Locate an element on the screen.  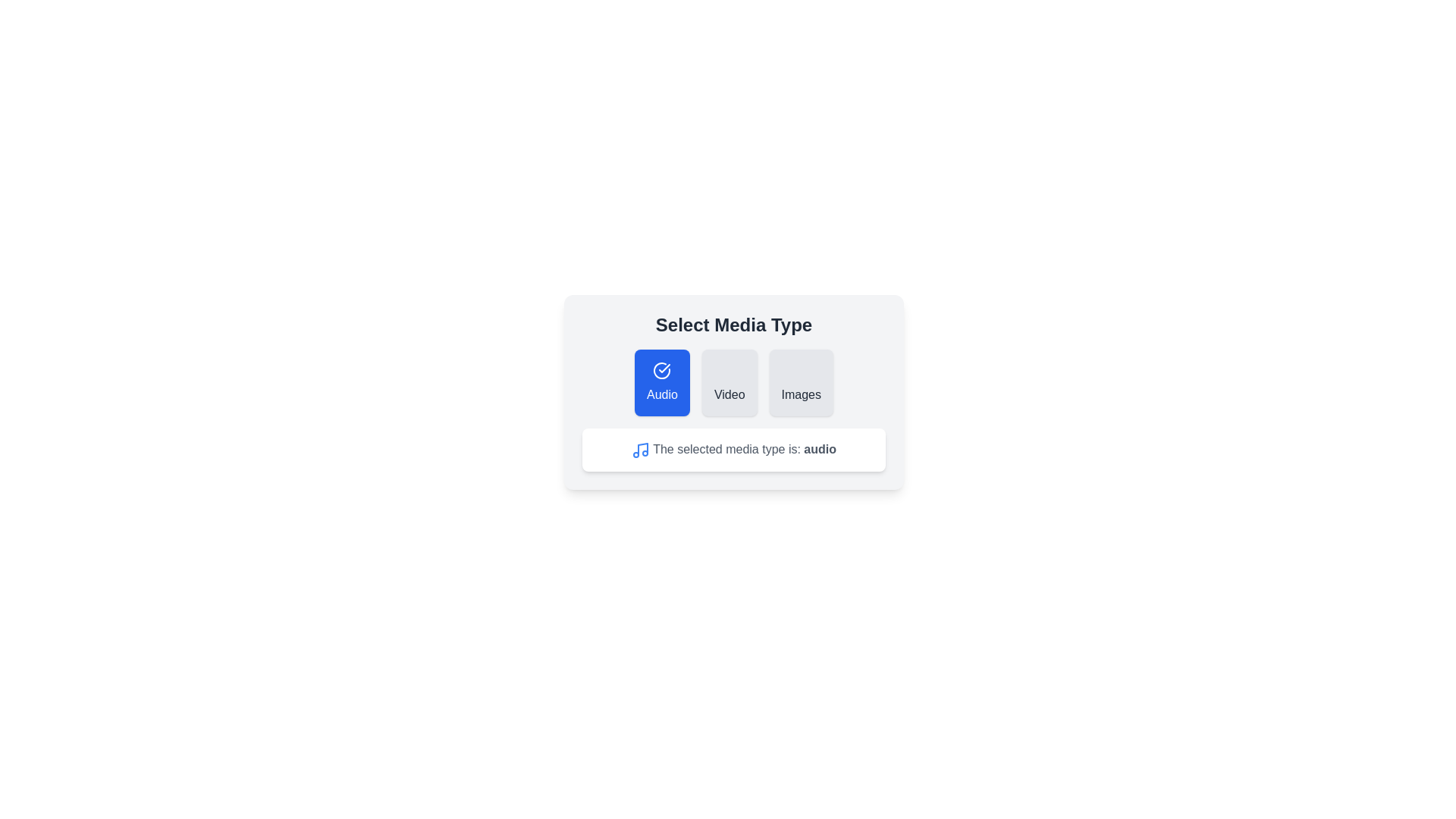
the rounded rectangular button with a blue background and white text reading 'Audio' is located at coordinates (662, 382).